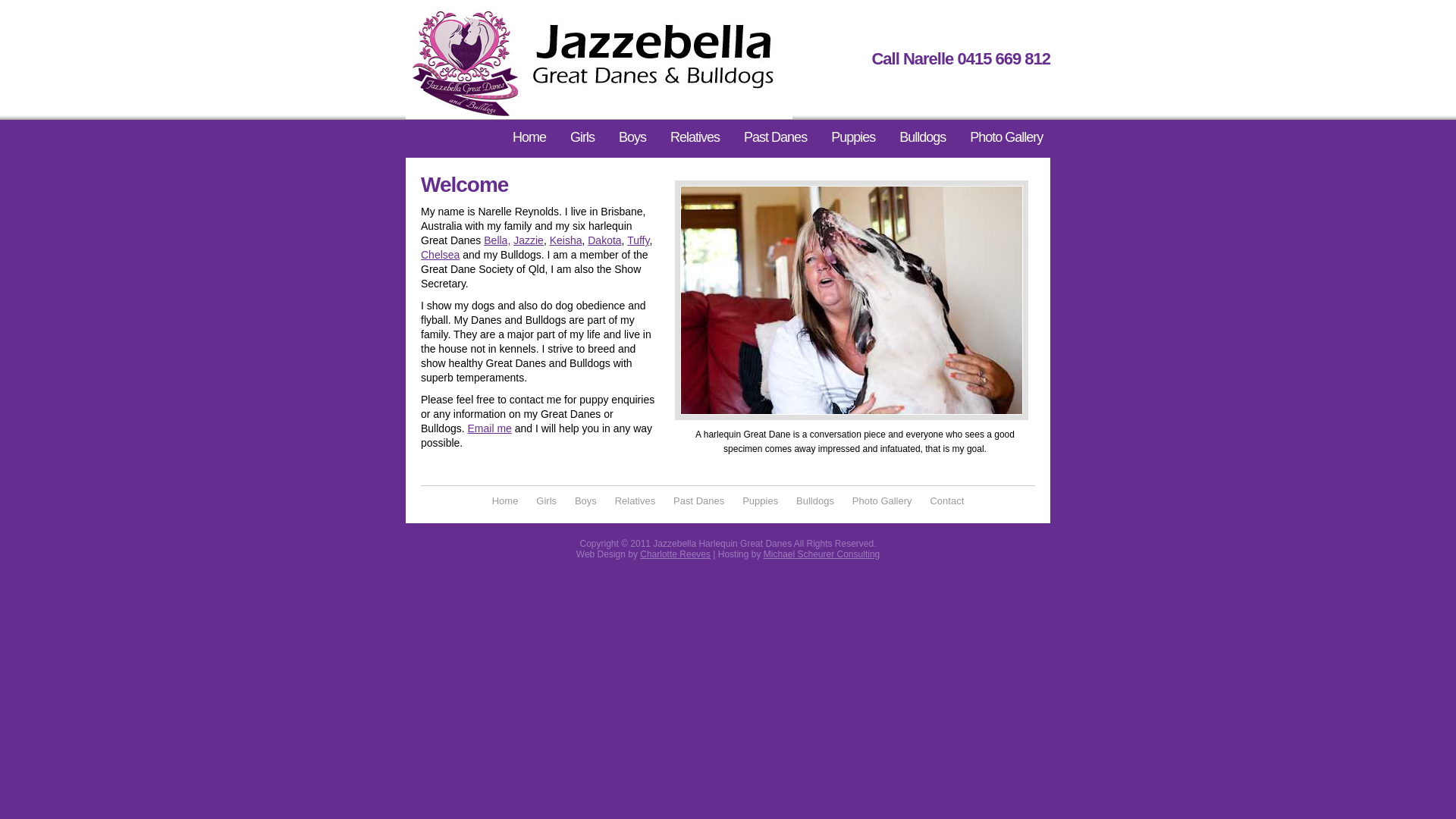 The image size is (1456, 819). I want to click on 'Chelsea', so click(439, 253).